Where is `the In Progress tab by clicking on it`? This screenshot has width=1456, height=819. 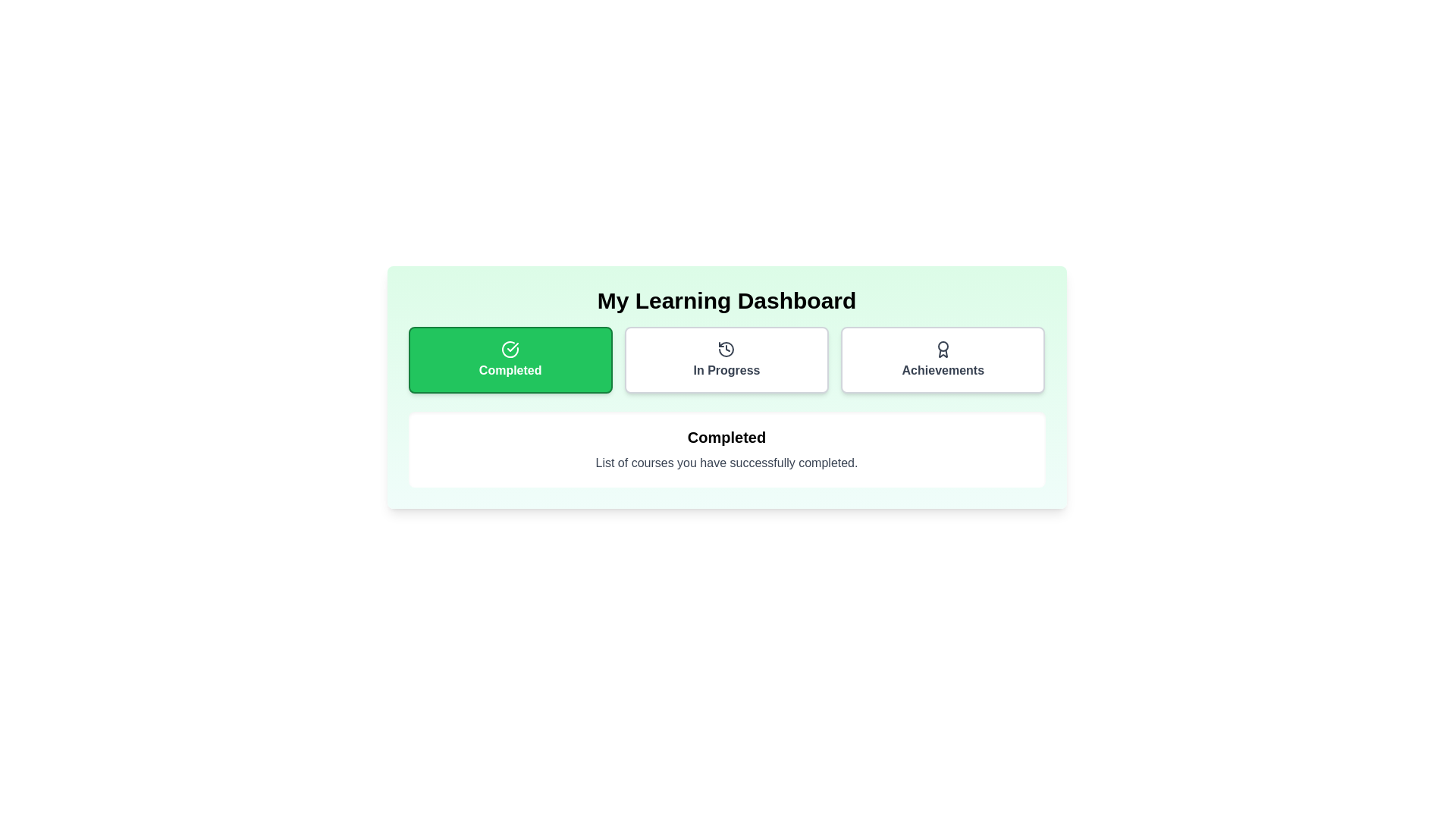
the In Progress tab by clicking on it is located at coordinates (726, 359).